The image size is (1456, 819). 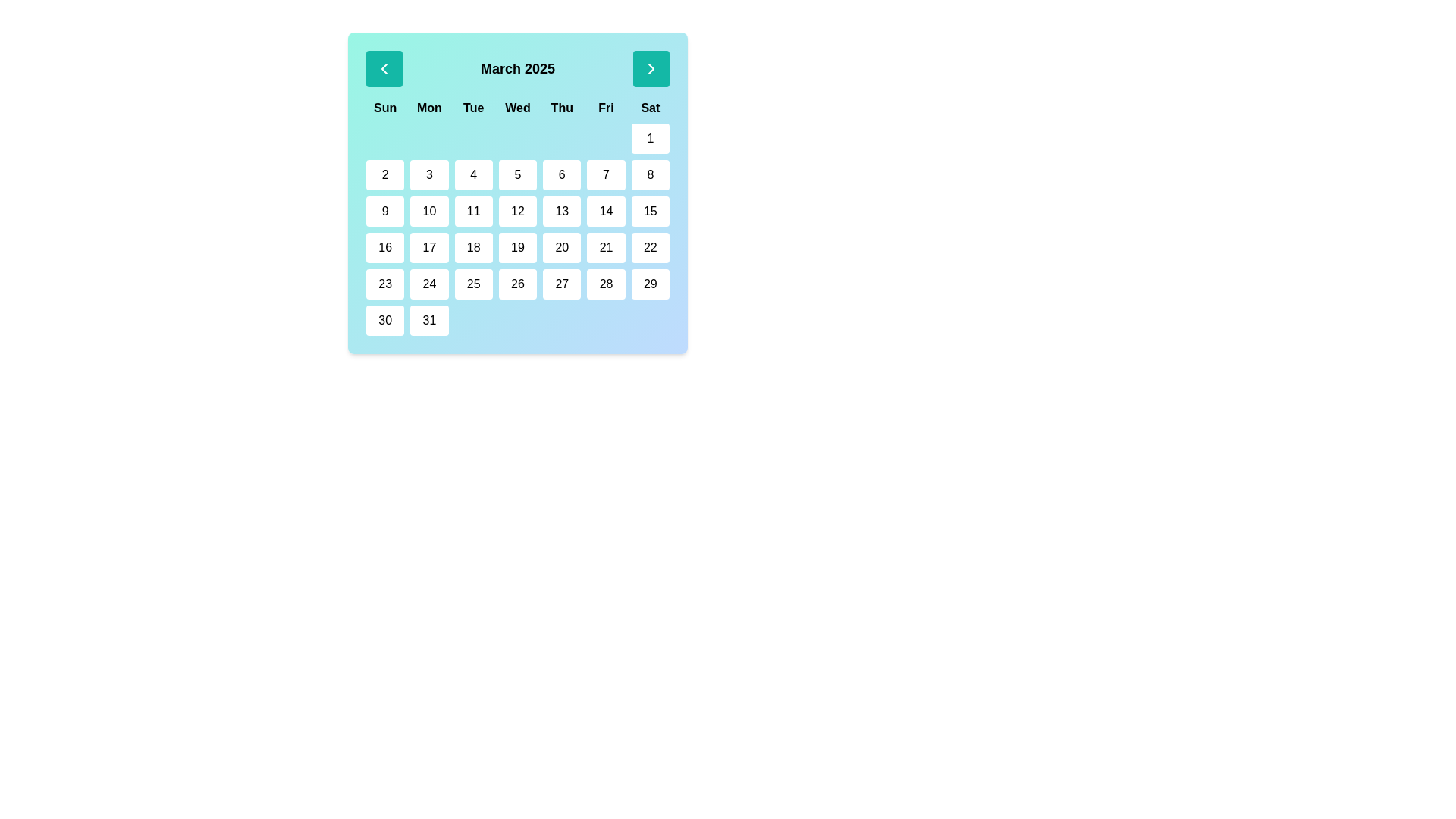 I want to click on the selectable date button for '13' located under 'Thu' in the calendar interface to observe visual feedback, so click(x=561, y=211).